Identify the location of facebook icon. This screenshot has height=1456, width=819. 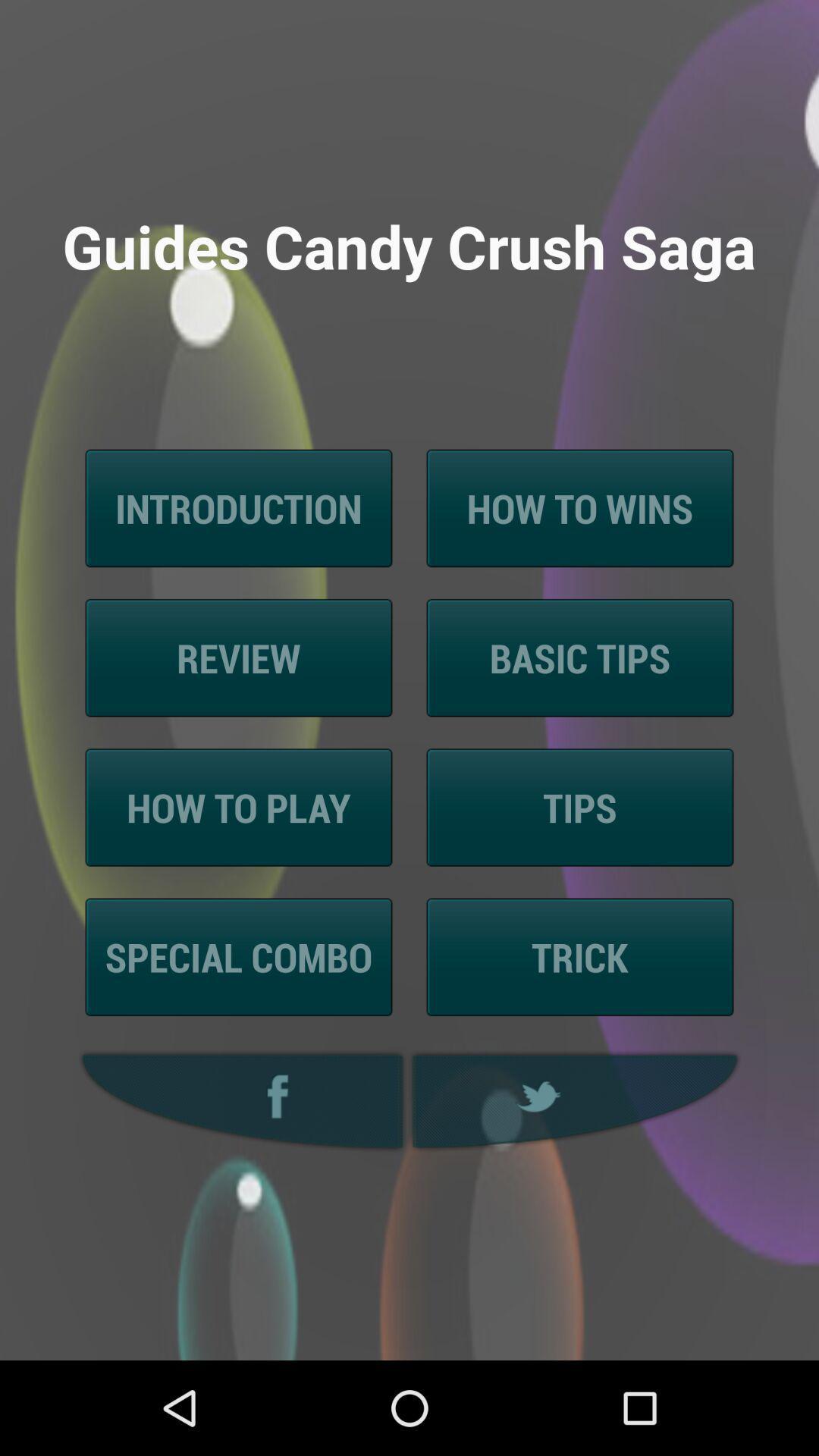
(238, 1101).